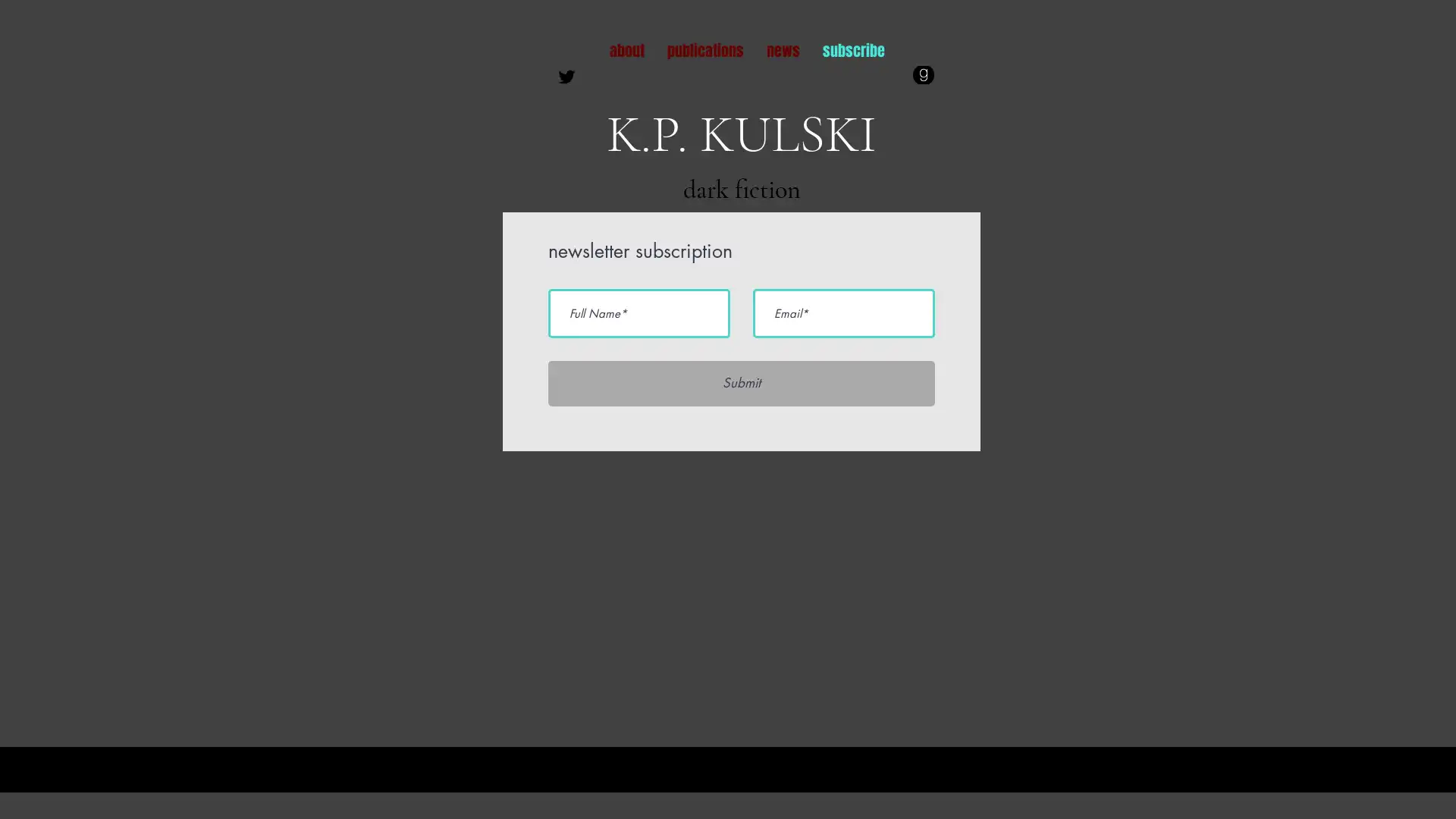 Image resolution: width=1456 pixels, height=819 pixels. What do you see at coordinates (742, 382) in the screenshot?
I see `Submit` at bounding box center [742, 382].